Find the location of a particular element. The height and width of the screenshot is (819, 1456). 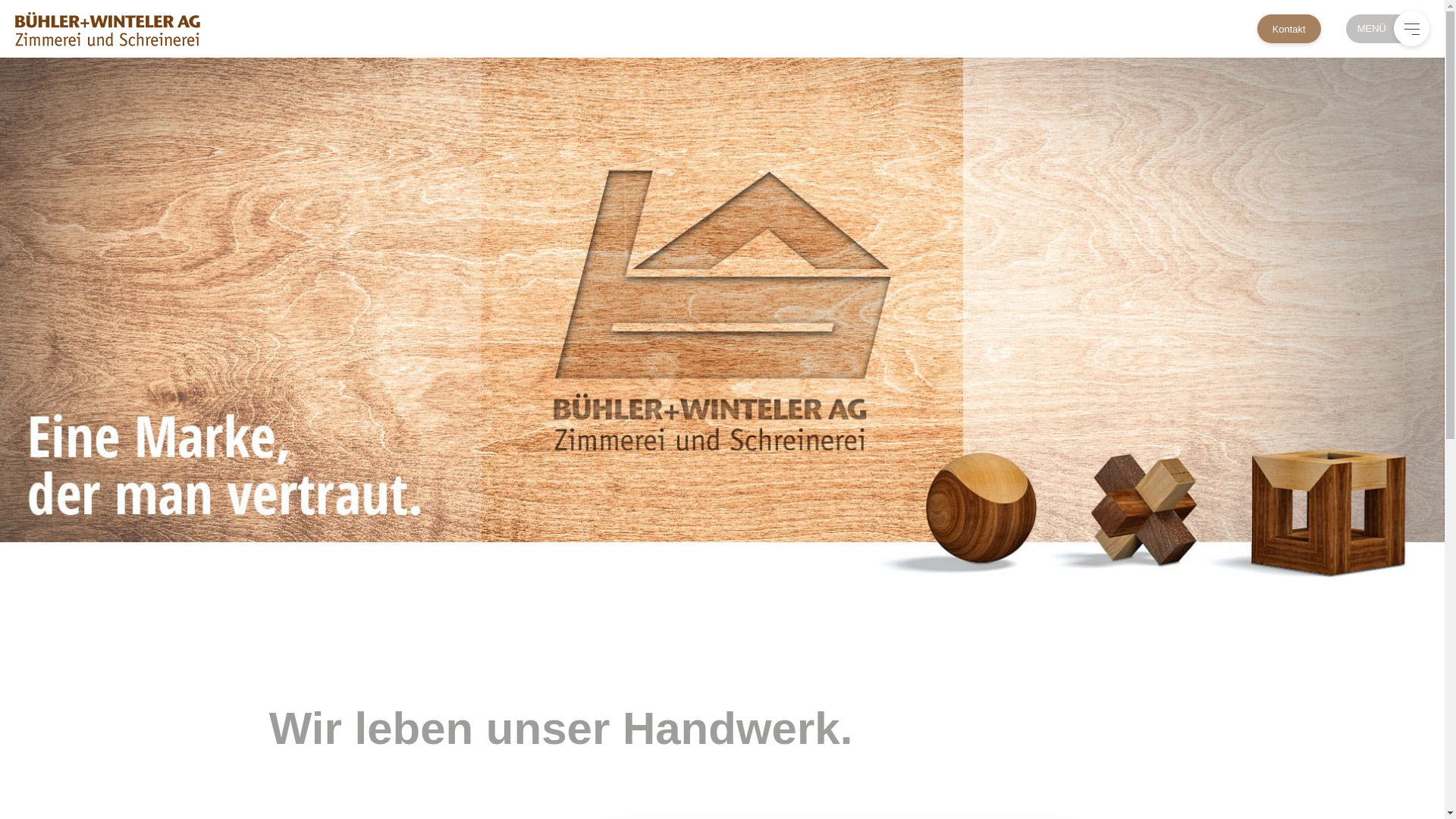

'Kontakt' is located at coordinates (1288, 28).